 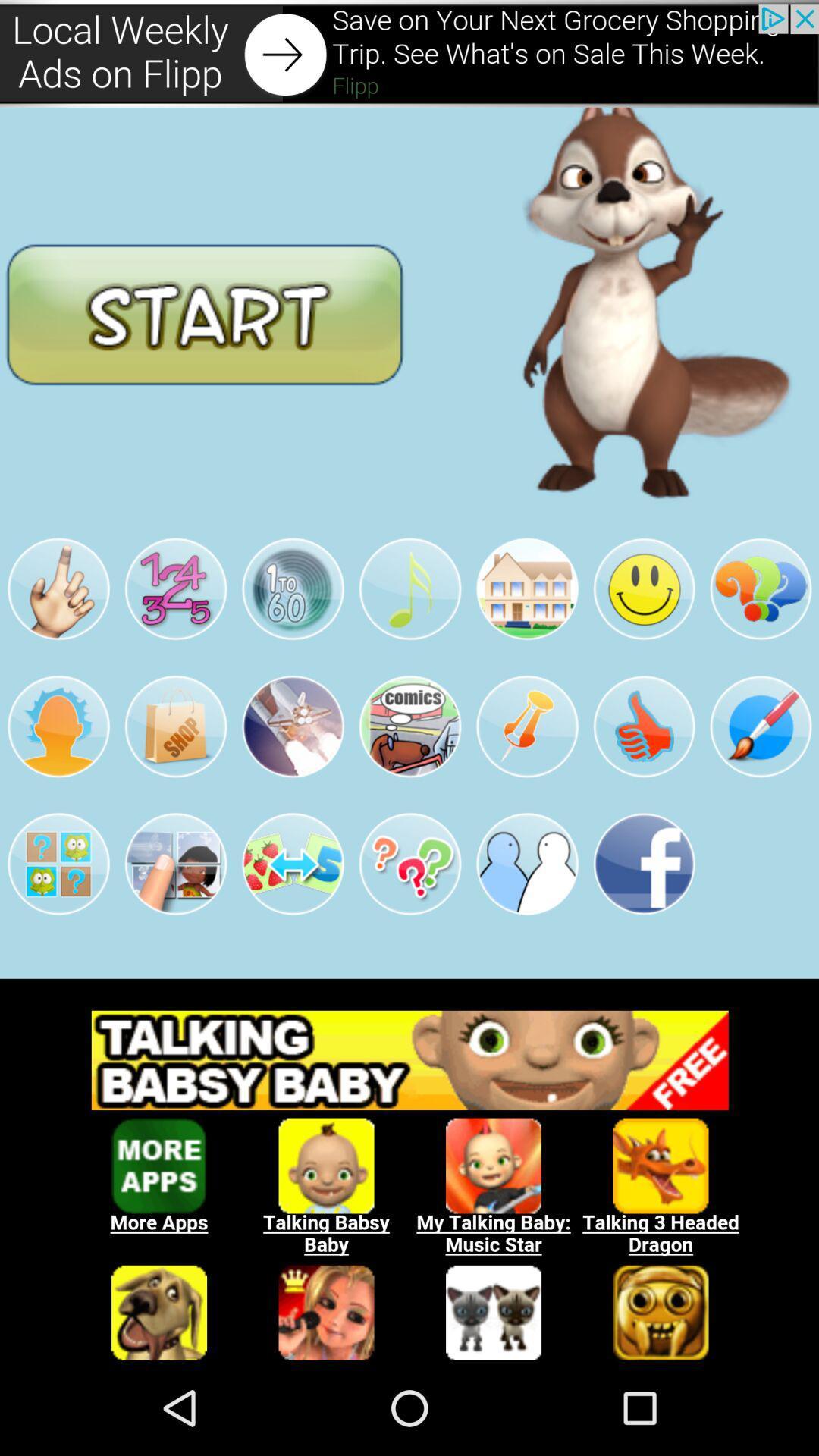 I want to click on the swap icon, so click(x=293, y=924).